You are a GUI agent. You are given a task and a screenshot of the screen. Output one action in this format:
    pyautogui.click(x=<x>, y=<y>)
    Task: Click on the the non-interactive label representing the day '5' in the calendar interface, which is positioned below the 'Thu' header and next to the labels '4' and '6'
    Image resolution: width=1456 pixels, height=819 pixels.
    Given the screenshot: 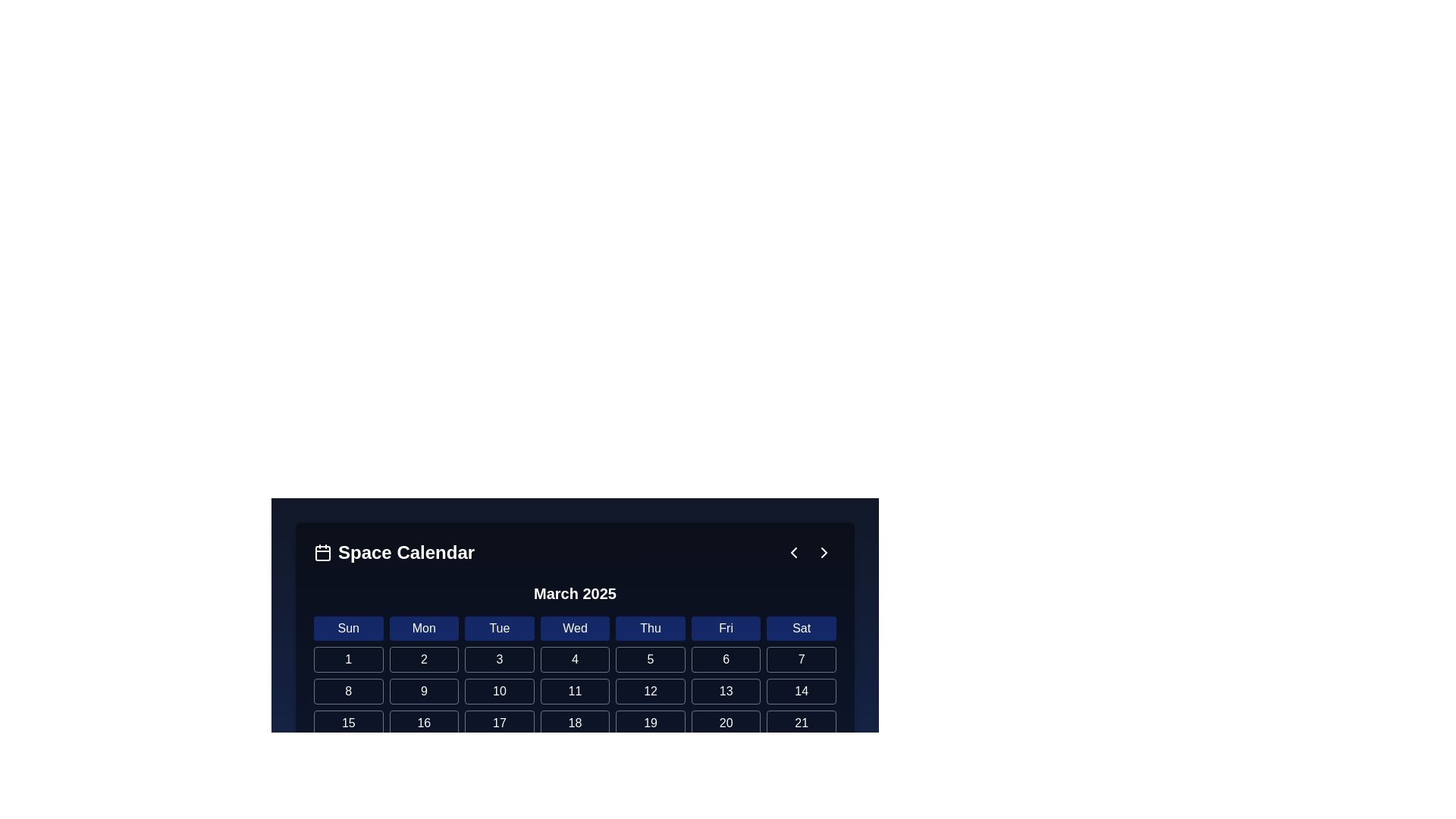 What is the action you would take?
    pyautogui.click(x=651, y=659)
    